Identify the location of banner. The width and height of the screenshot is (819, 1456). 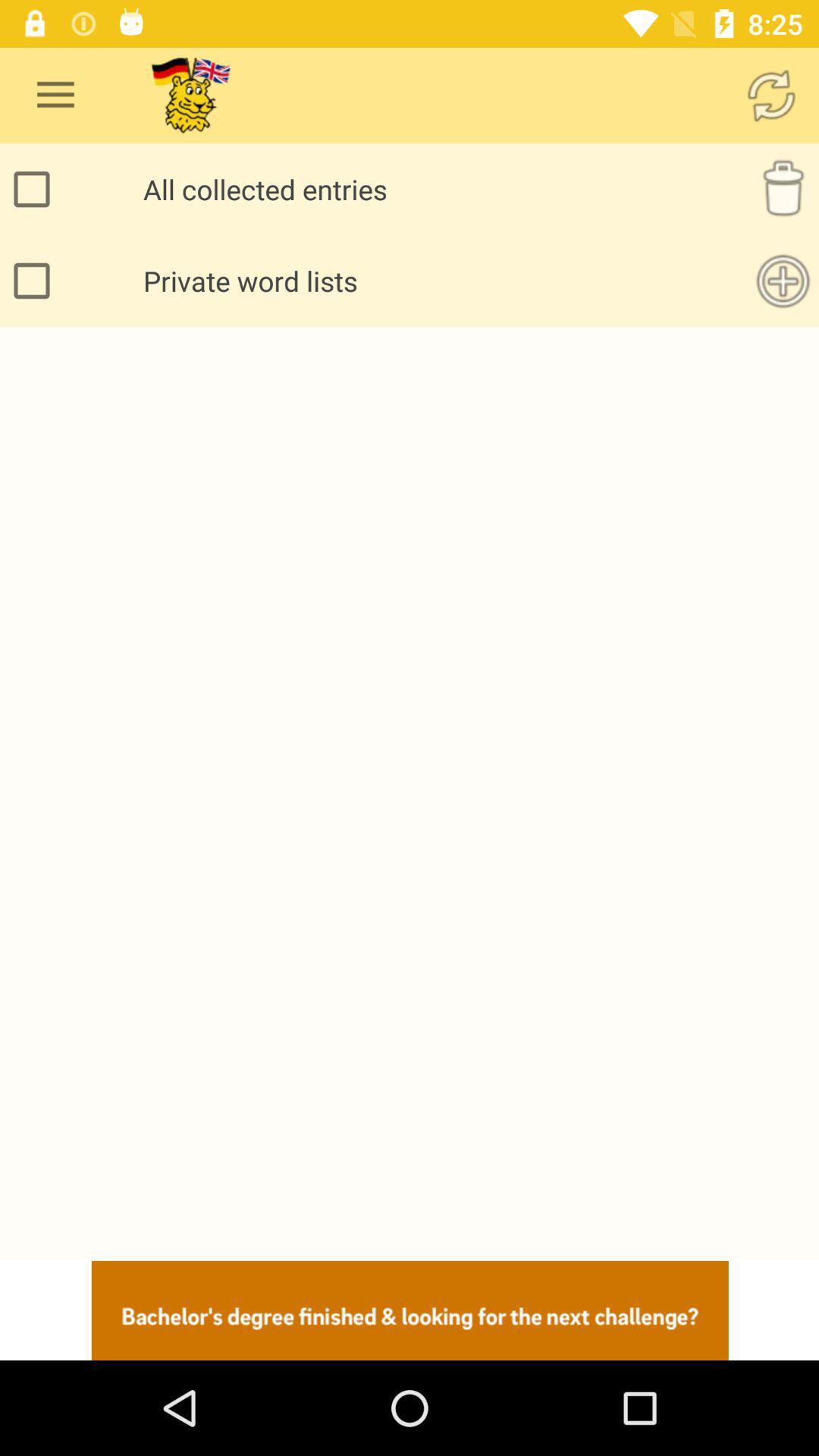
(409, 1310).